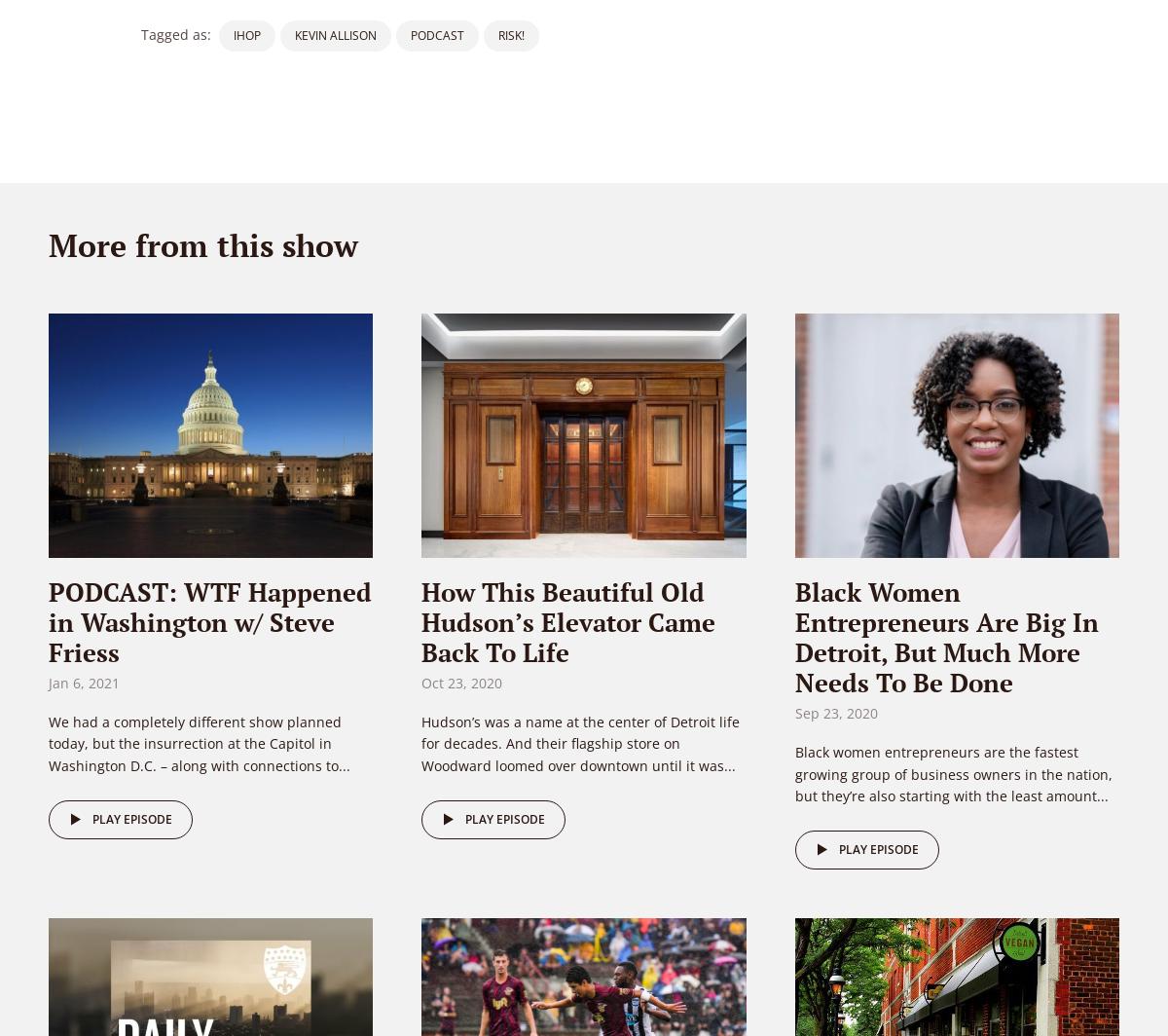 The width and height of the screenshot is (1168, 1036). What do you see at coordinates (952, 773) in the screenshot?
I see `'Black women entrepreneurs are the fastest growing group of business owners in the nation, but they’re also starting with the least amount...'` at bounding box center [952, 773].